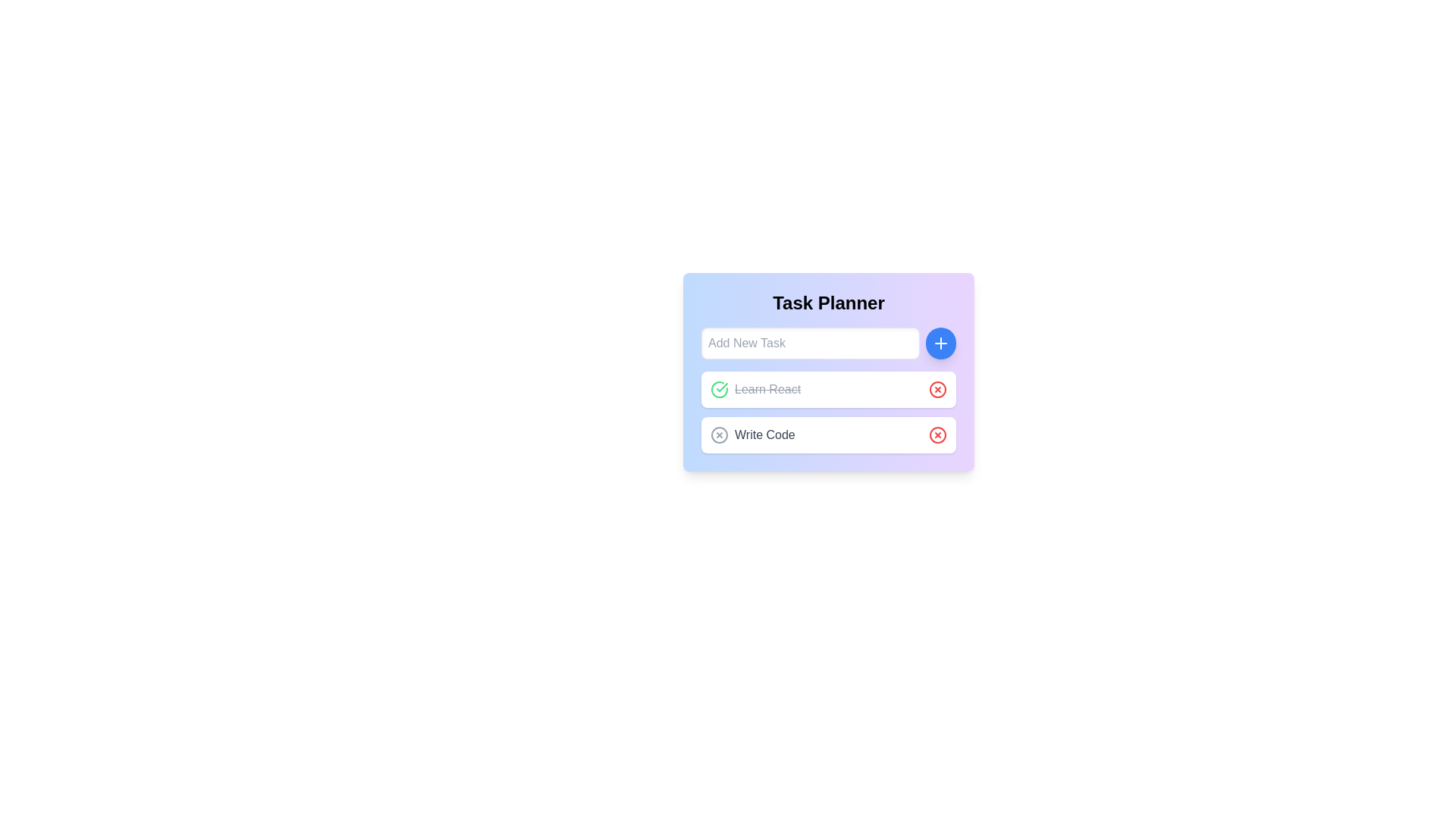 This screenshot has width=1456, height=819. What do you see at coordinates (940, 343) in the screenshot?
I see `the 'Add Task' button located on the right side of the input field under the 'Task Planner' heading` at bounding box center [940, 343].